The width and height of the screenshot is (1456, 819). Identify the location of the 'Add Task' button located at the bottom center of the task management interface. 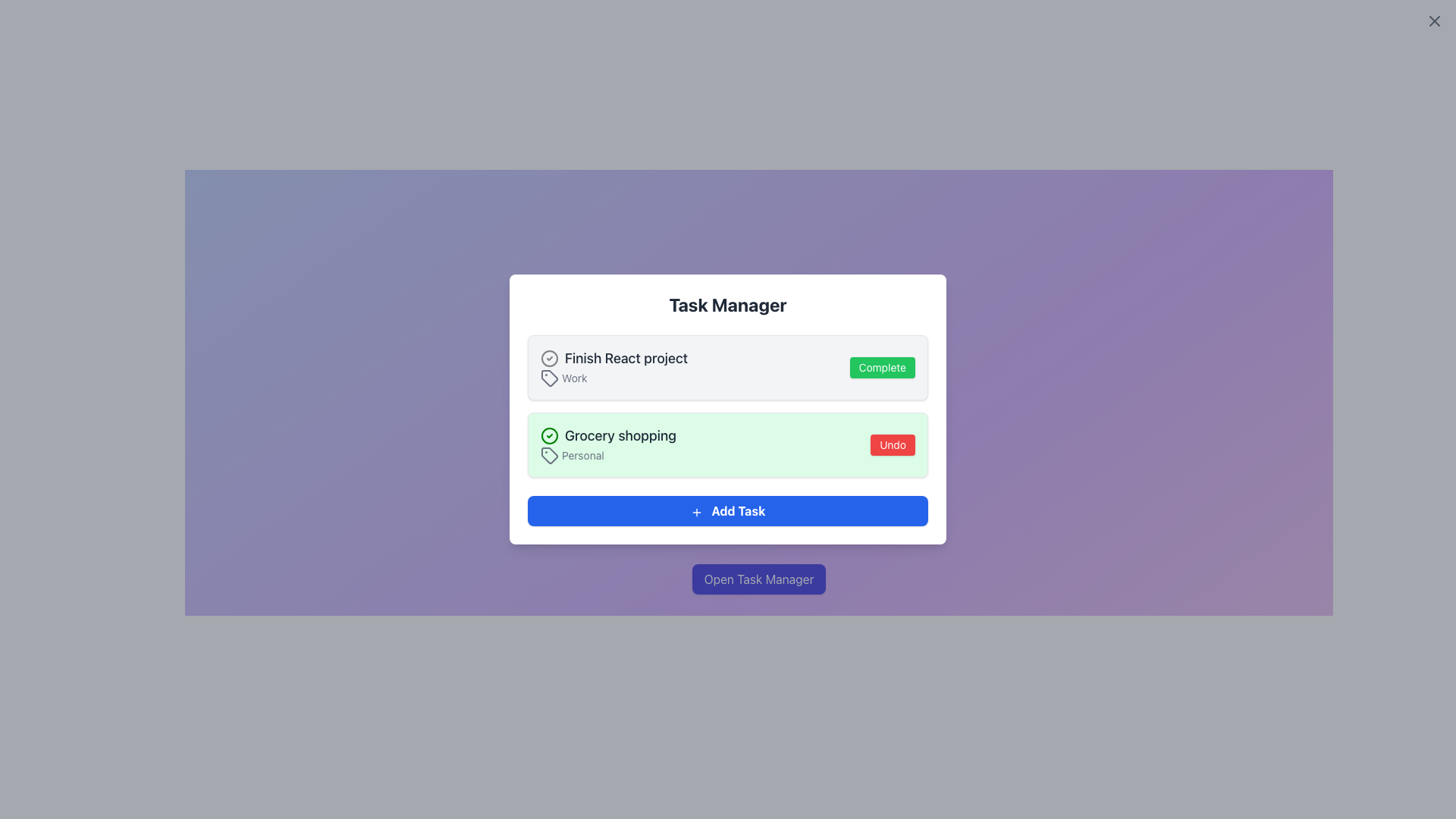
(728, 511).